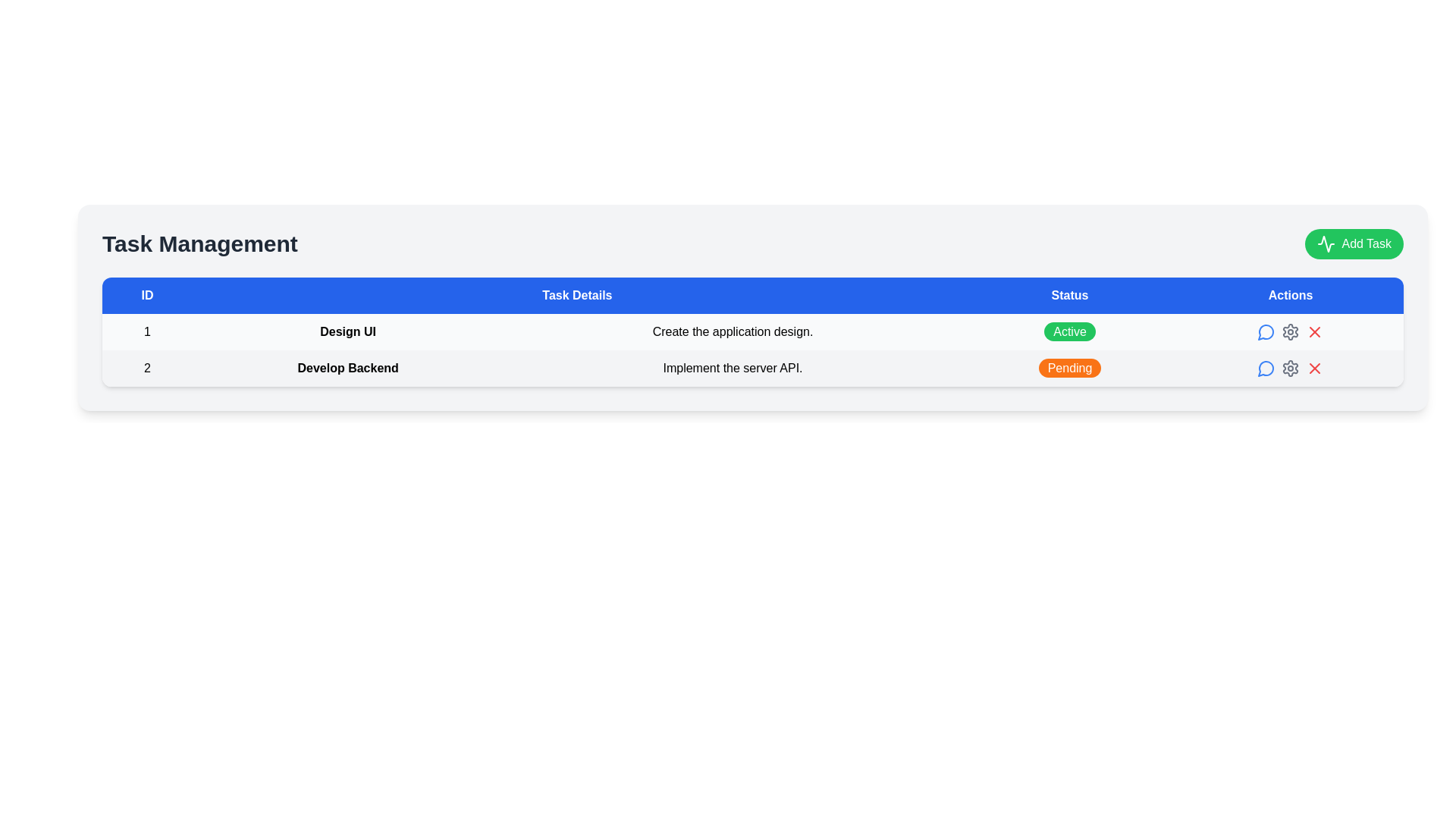 This screenshot has height=819, width=1456. What do you see at coordinates (1069, 368) in the screenshot?
I see `the status of the 'Pending' Status indicator tag located in the second row of the 'Status' column, aligned with the 'Develop Backend' task` at bounding box center [1069, 368].